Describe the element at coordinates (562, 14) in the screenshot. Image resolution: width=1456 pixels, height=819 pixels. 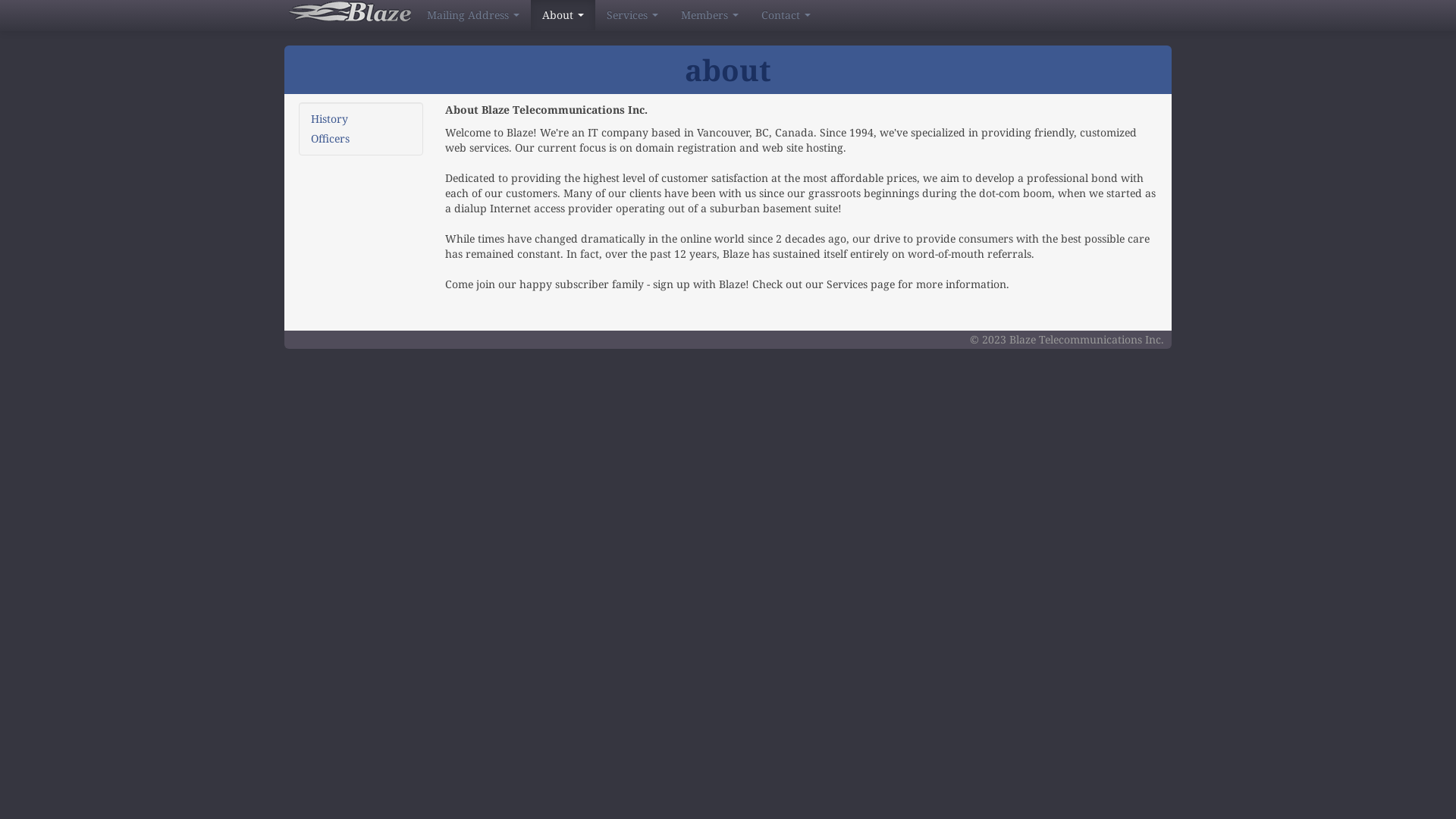
I see `'About'` at that location.